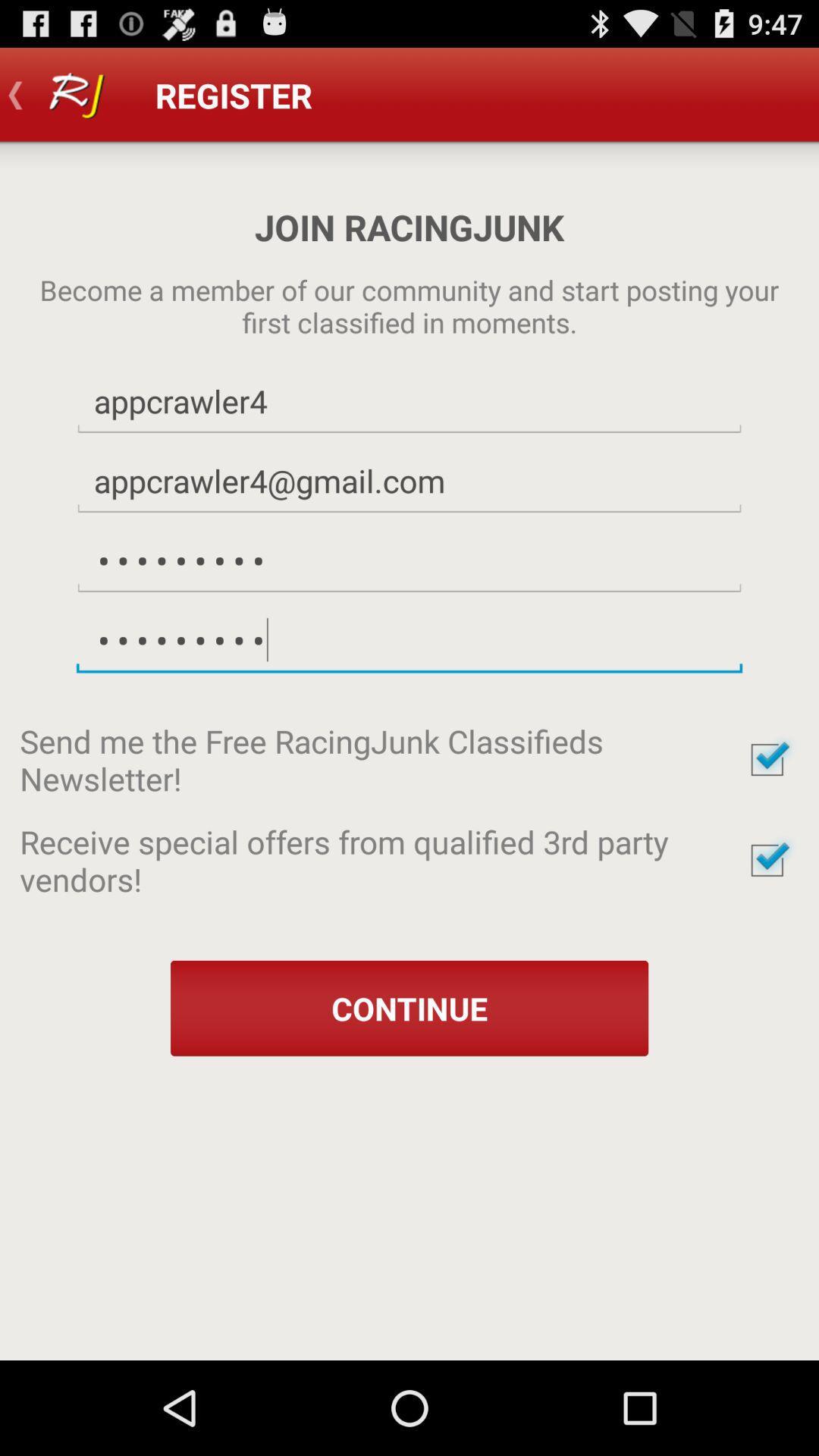 This screenshot has height=1456, width=819. What do you see at coordinates (767, 860) in the screenshot?
I see `opt in or out for special offers` at bounding box center [767, 860].